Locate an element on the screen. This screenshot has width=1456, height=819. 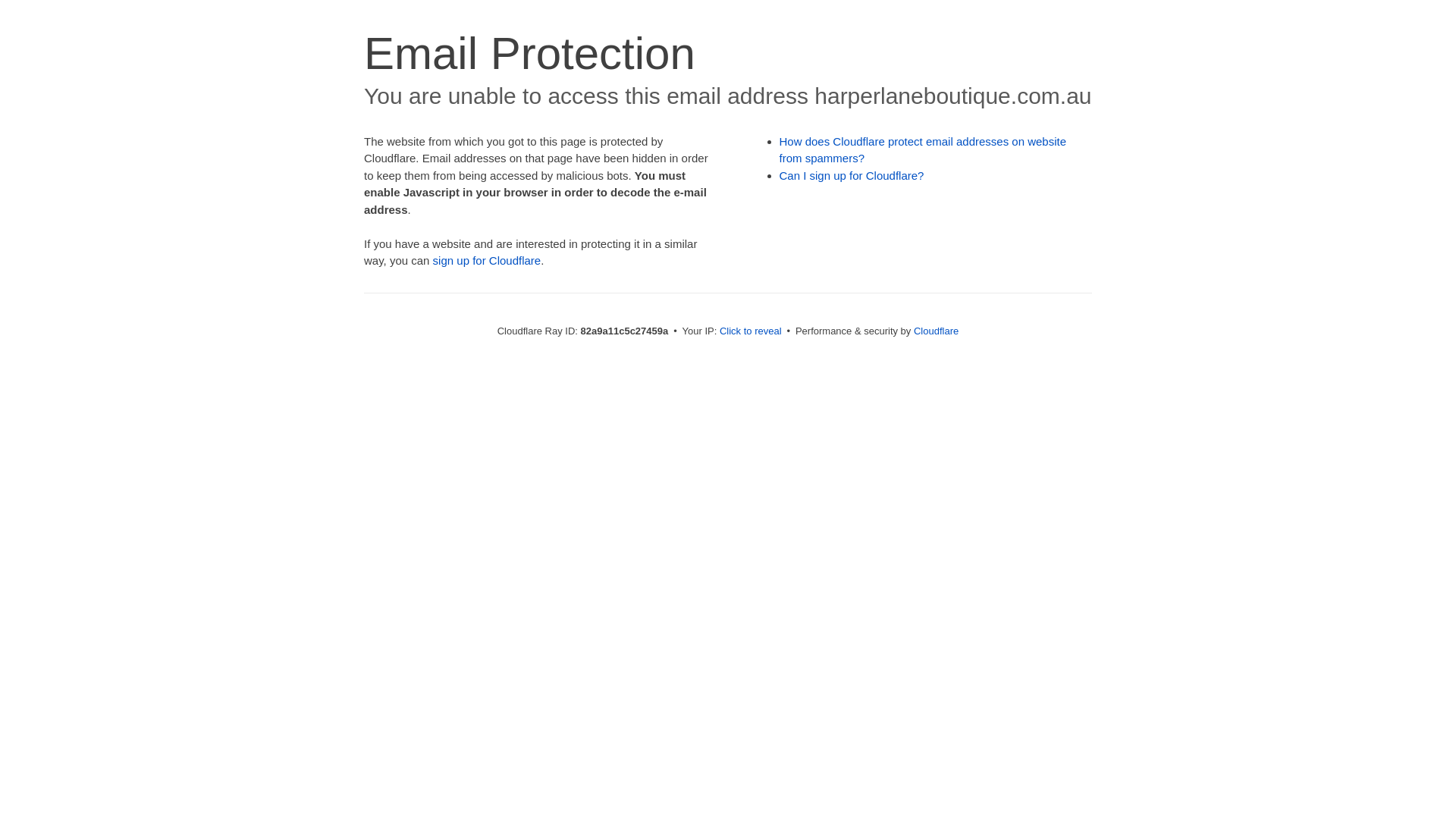
'Click to reveal' is located at coordinates (719, 330).